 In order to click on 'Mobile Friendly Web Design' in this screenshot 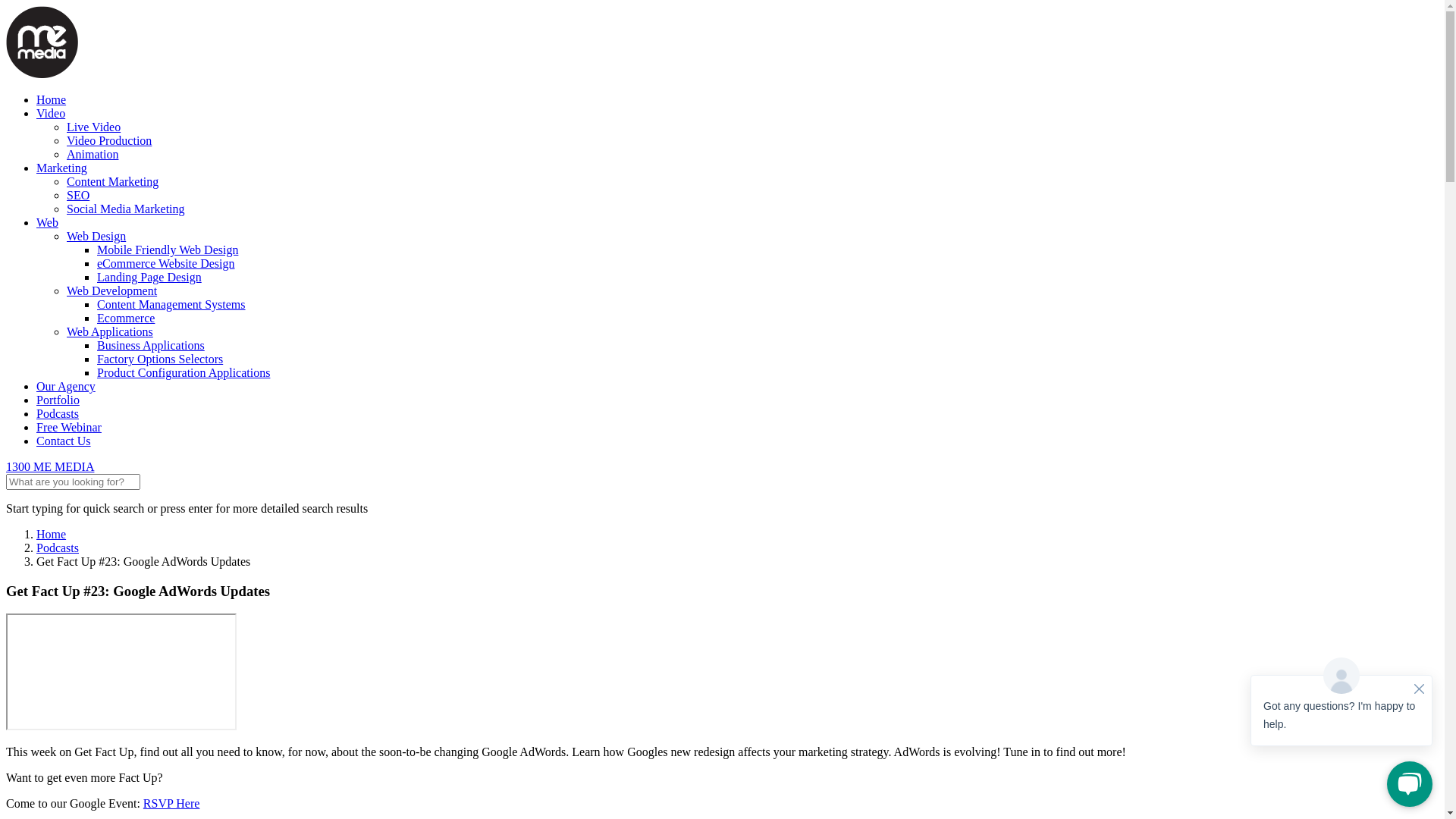, I will do `click(96, 249)`.